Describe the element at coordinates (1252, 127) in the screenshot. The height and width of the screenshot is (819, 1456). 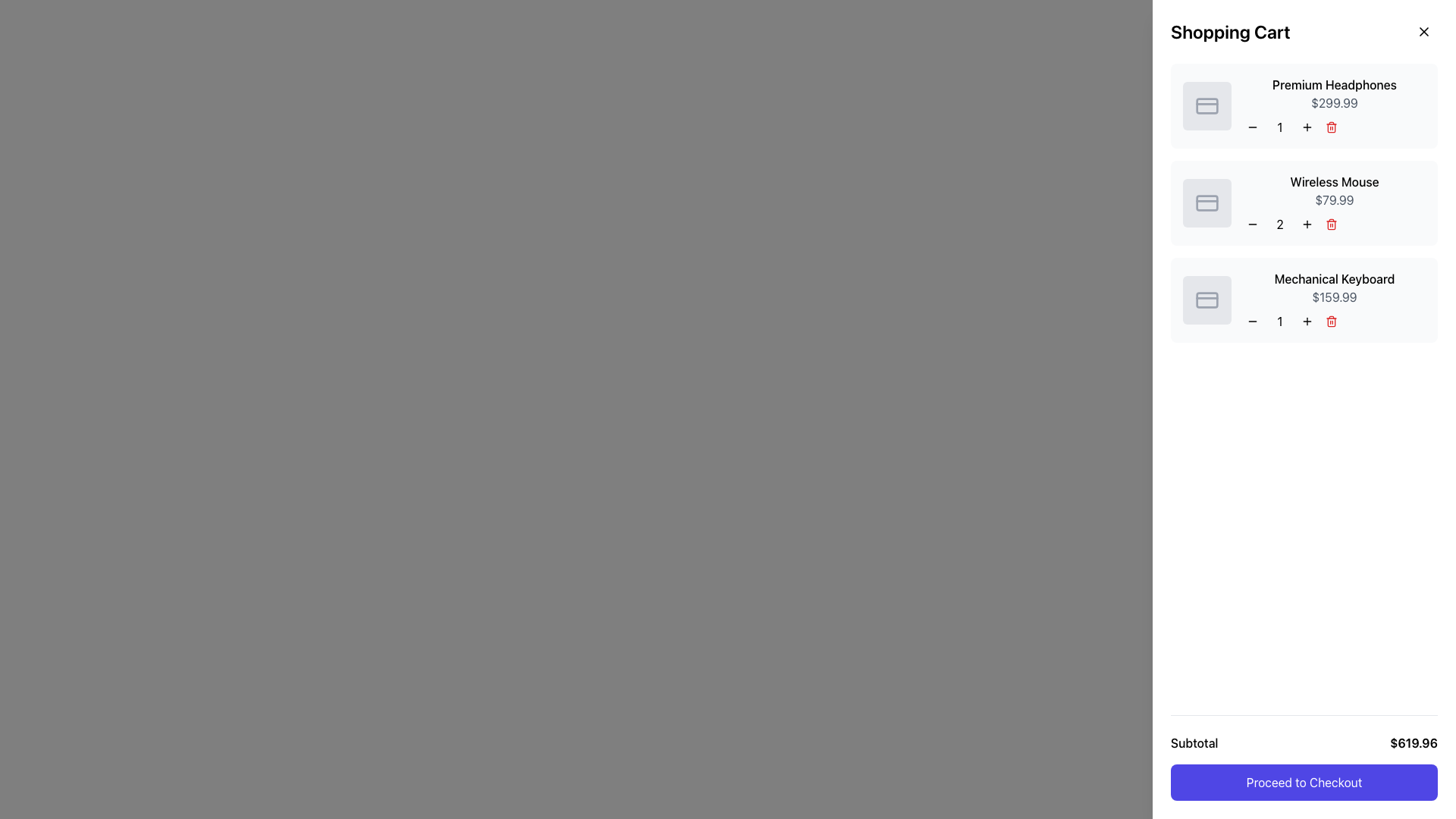
I see `the decrement button for reducing the quantity of 'Premium Headphones' in the shopping cart` at that location.